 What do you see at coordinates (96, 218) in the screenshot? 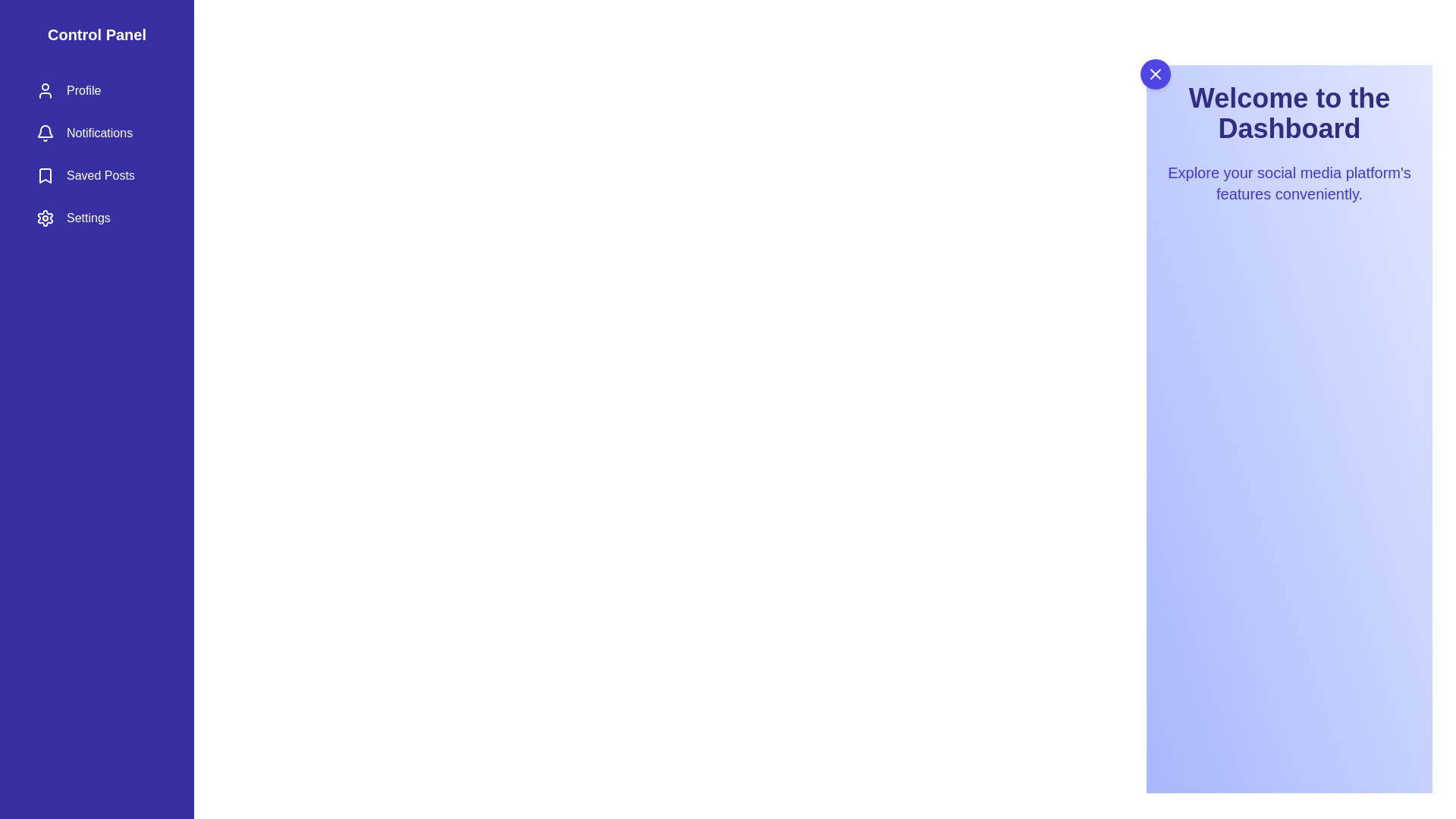
I see `the side drawer item Settings to observe visual feedback` at bounding box center [96, 218].